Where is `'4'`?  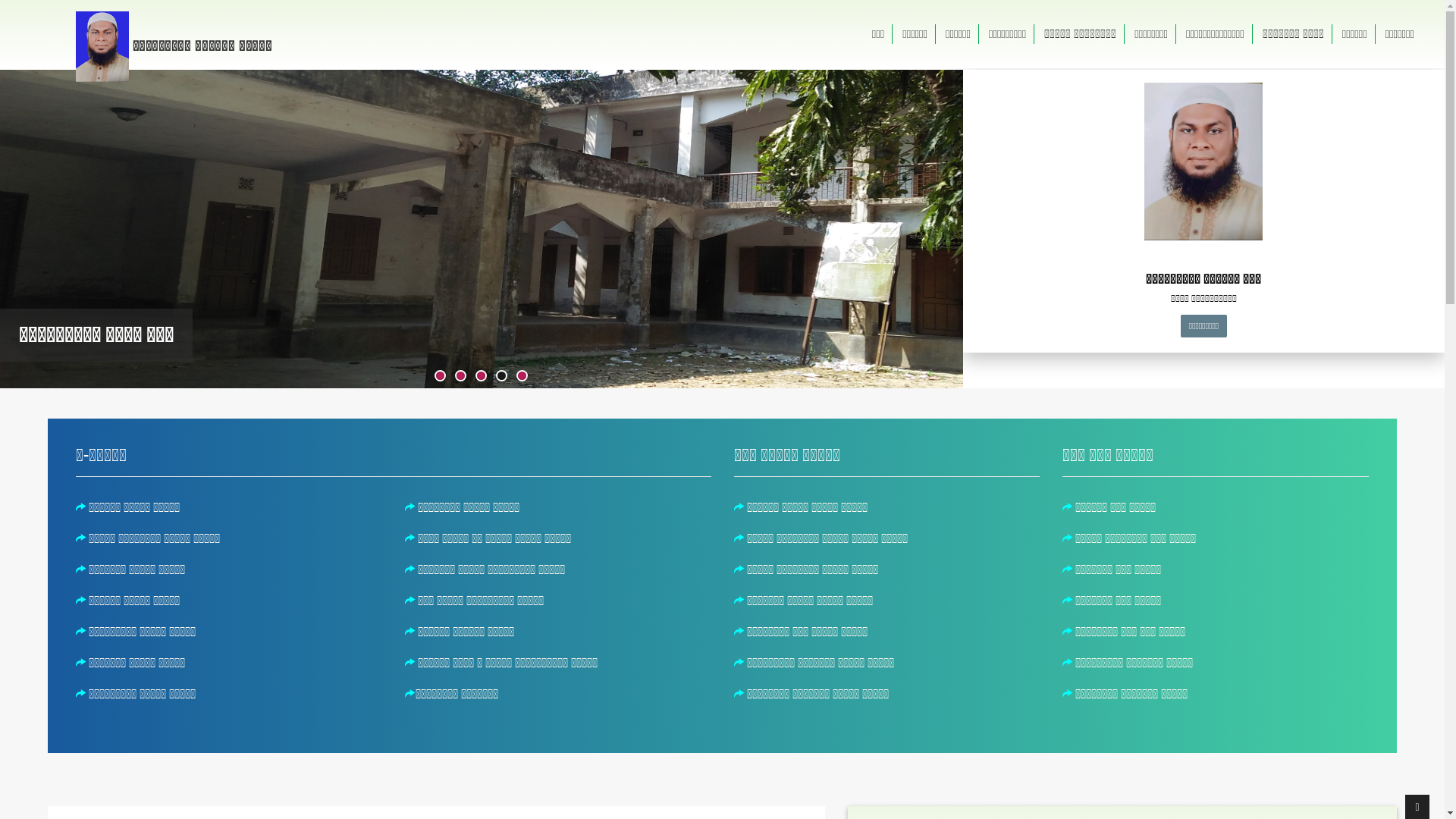 '4' is located at coordinates (501, 375).